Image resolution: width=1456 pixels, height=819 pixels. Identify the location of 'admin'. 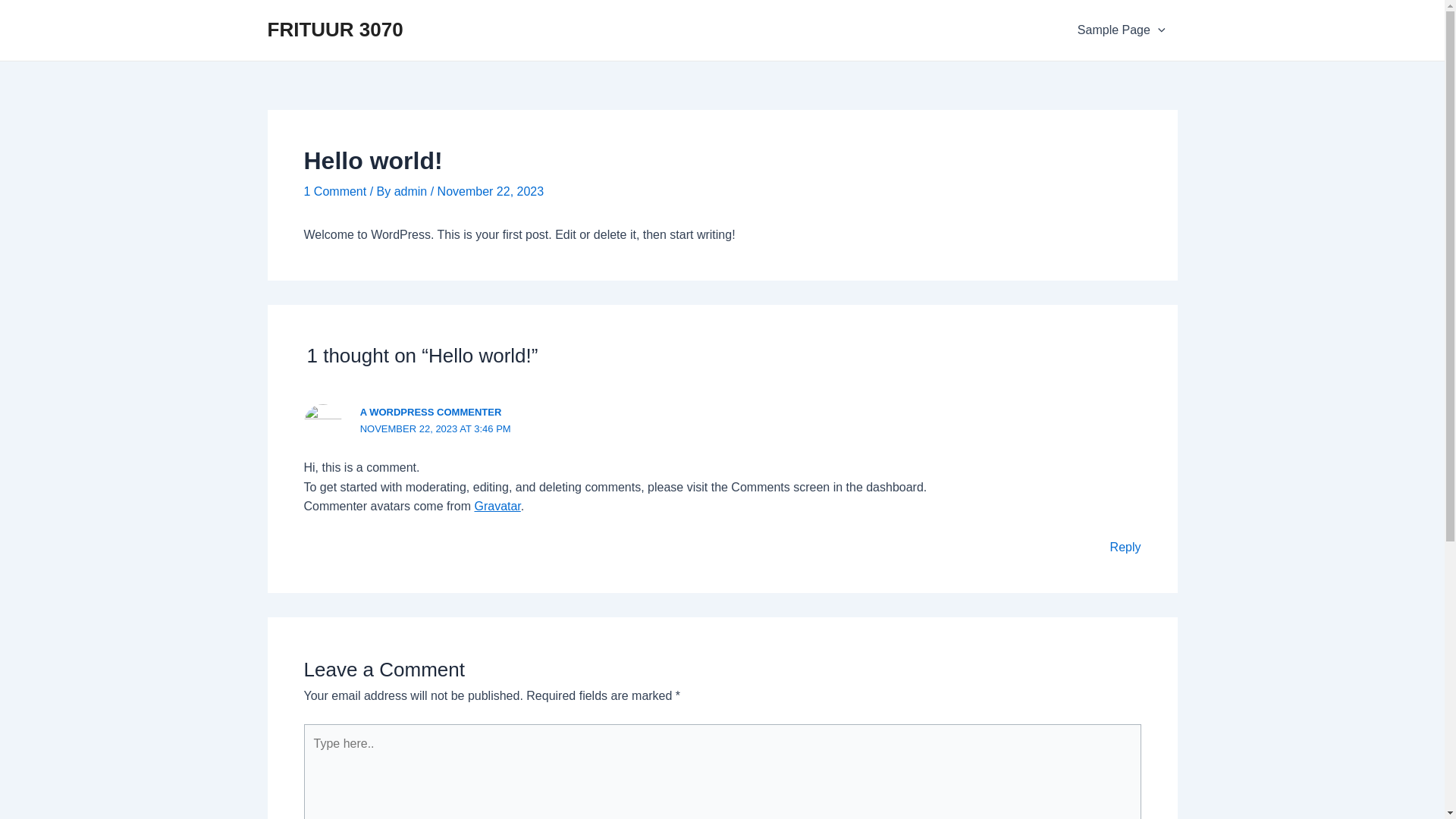
(412, 190).